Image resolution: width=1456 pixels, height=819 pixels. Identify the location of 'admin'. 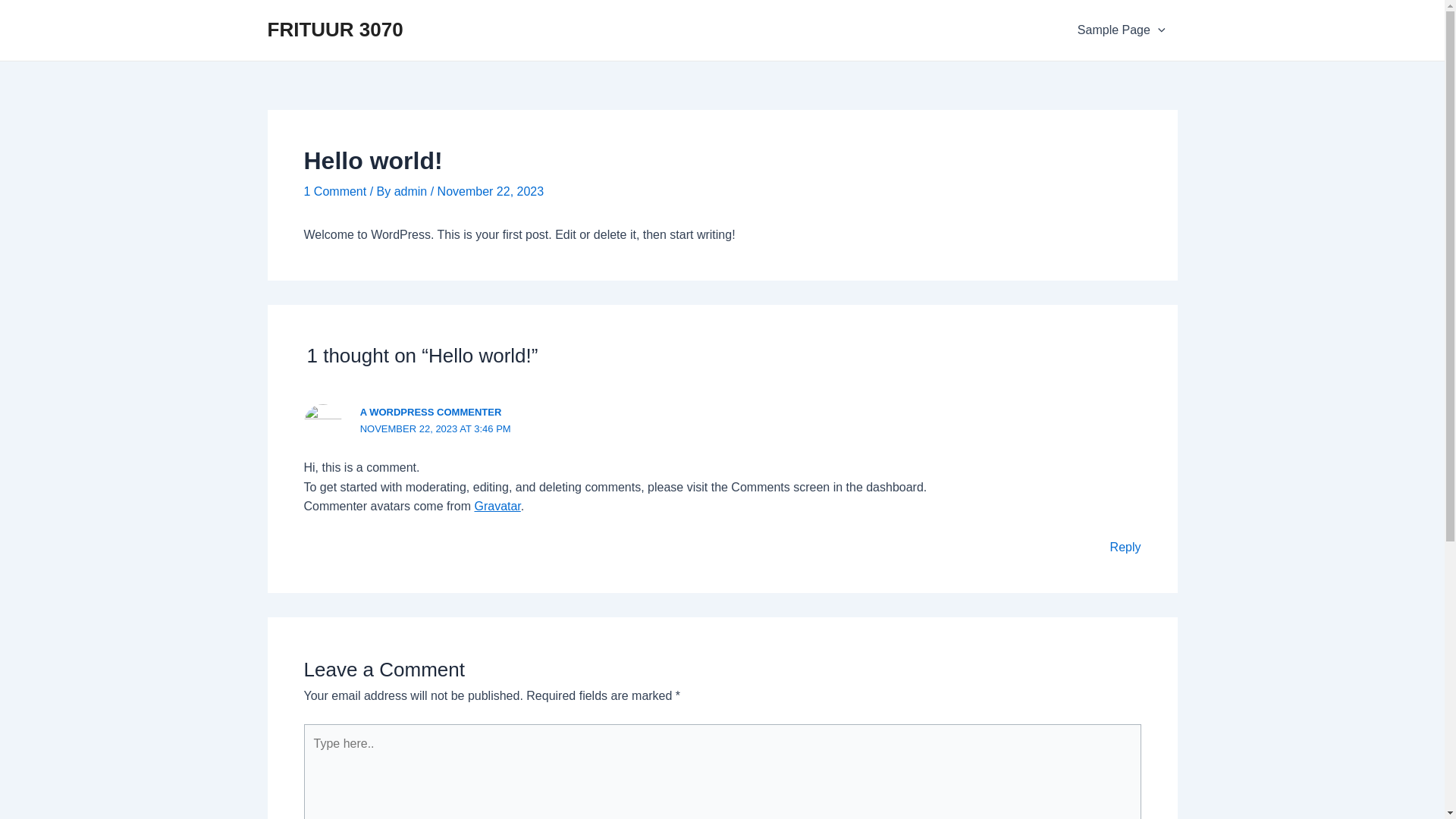
(412, 190).